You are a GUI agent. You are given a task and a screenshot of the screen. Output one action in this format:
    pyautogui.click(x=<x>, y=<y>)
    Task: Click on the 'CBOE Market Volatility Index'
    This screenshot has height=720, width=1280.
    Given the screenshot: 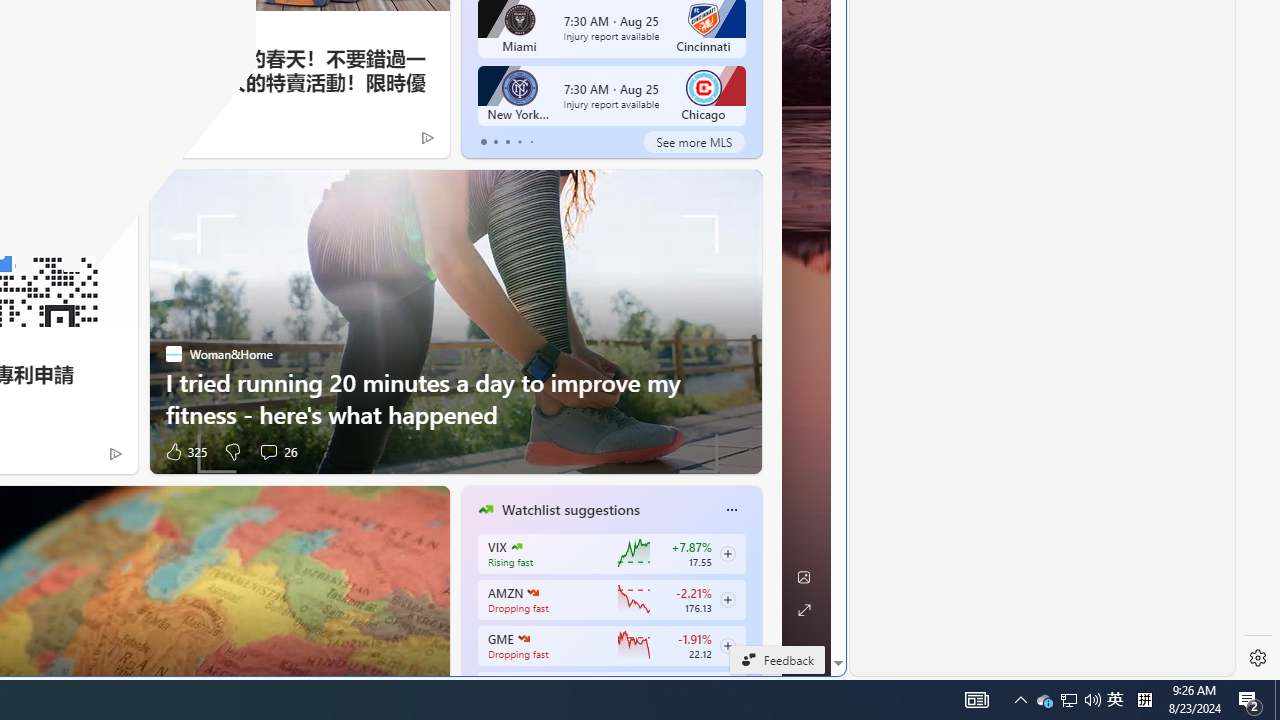 What is the action you would take?
    pyautogui.click(x=516, y=546)
    